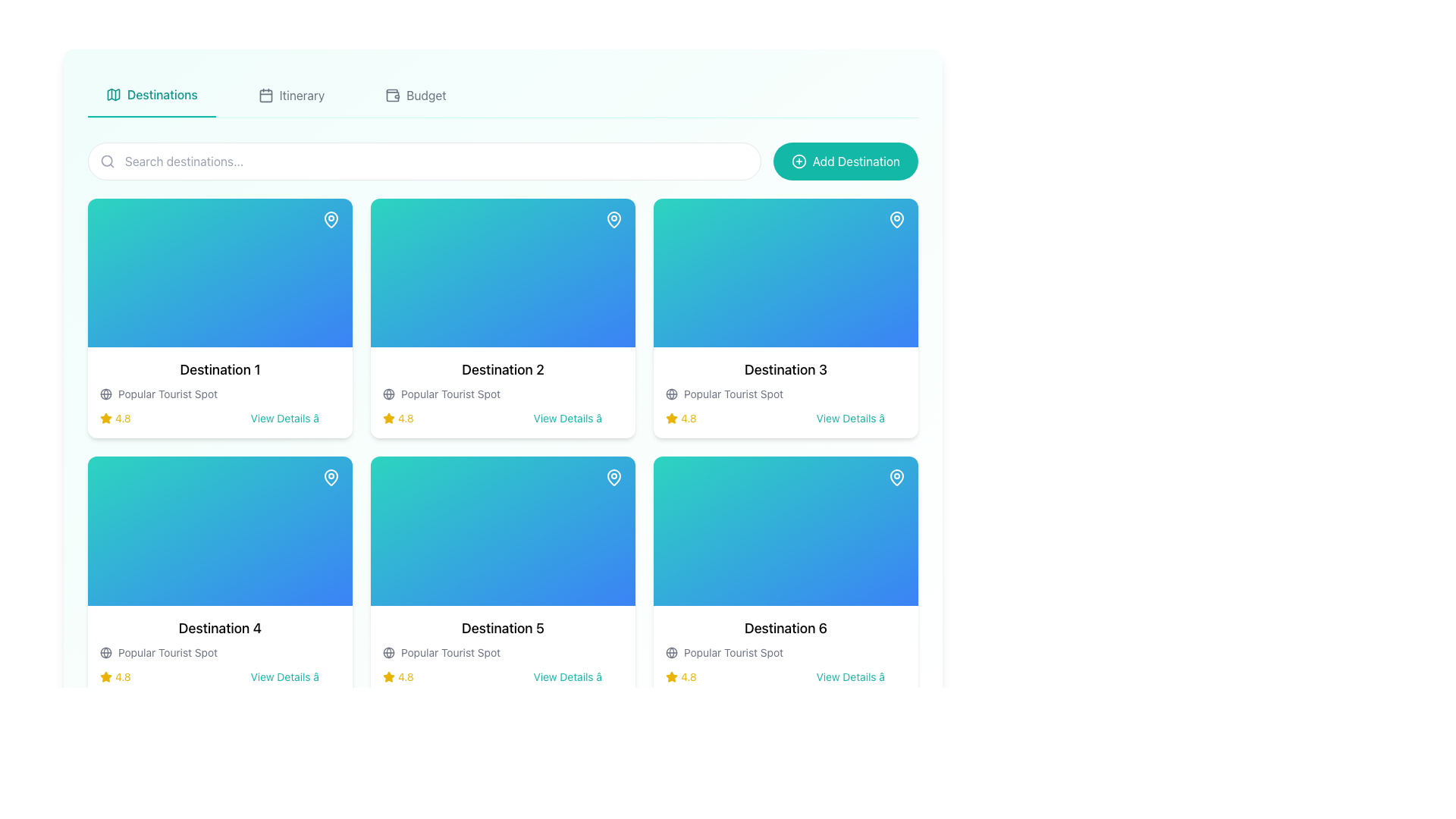  I want to click on the link located at the bottom-right corner of the card labeled 'Destination 6', so click(861, 676).